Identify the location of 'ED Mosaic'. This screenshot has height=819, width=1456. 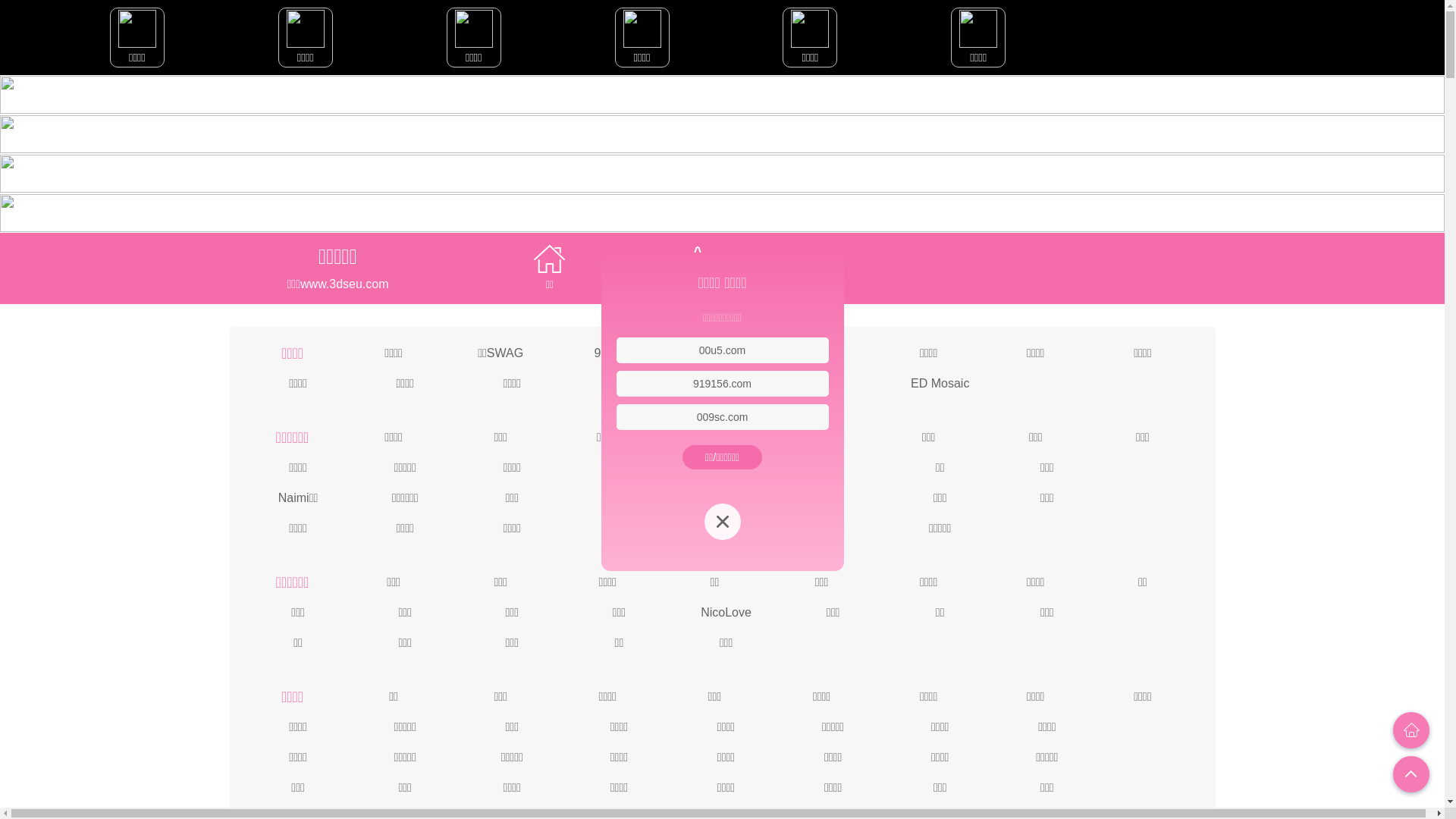
(910, 381).